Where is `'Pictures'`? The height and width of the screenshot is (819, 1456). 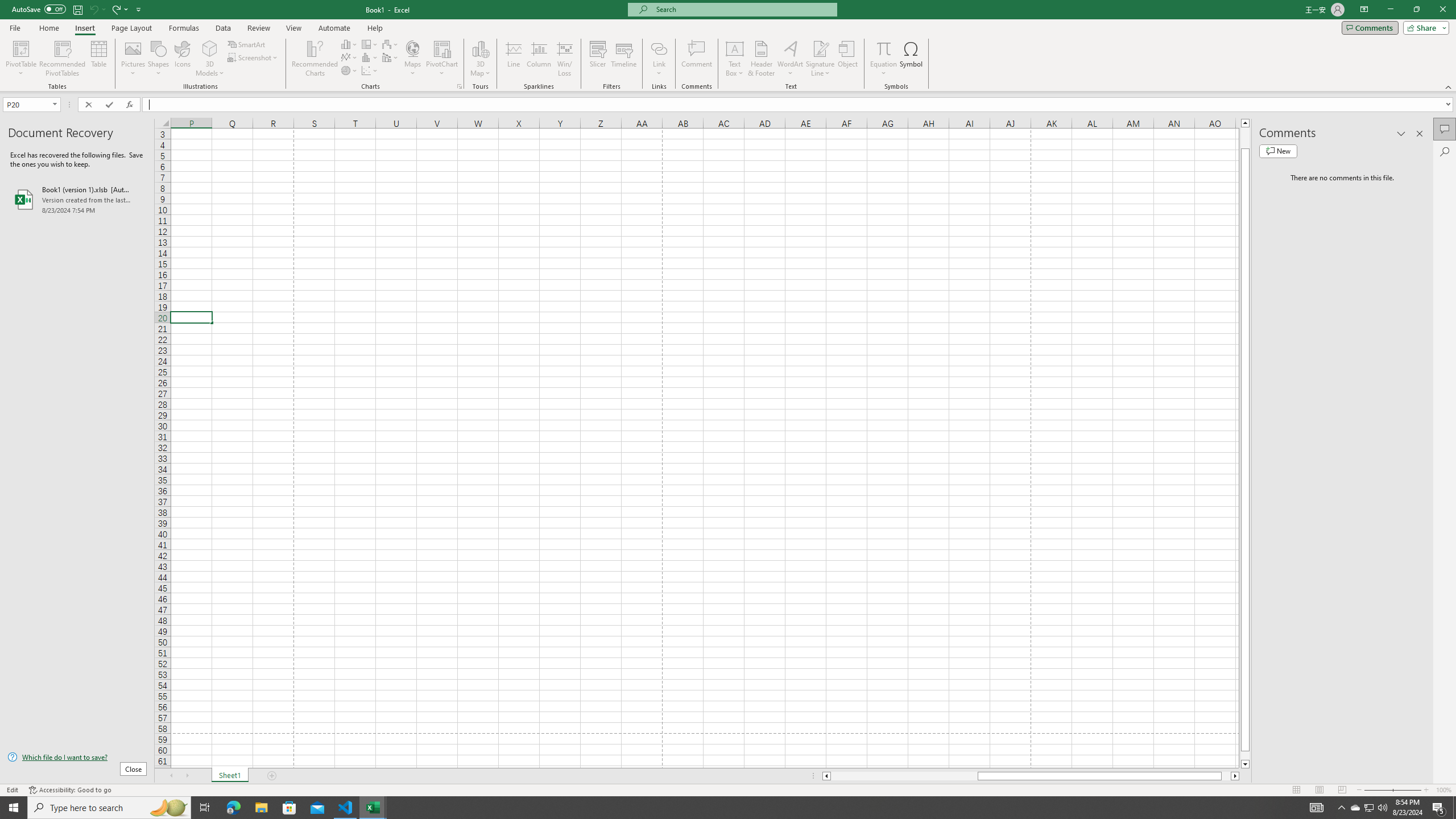 'Pictures' is located at coordinates (133, 59).